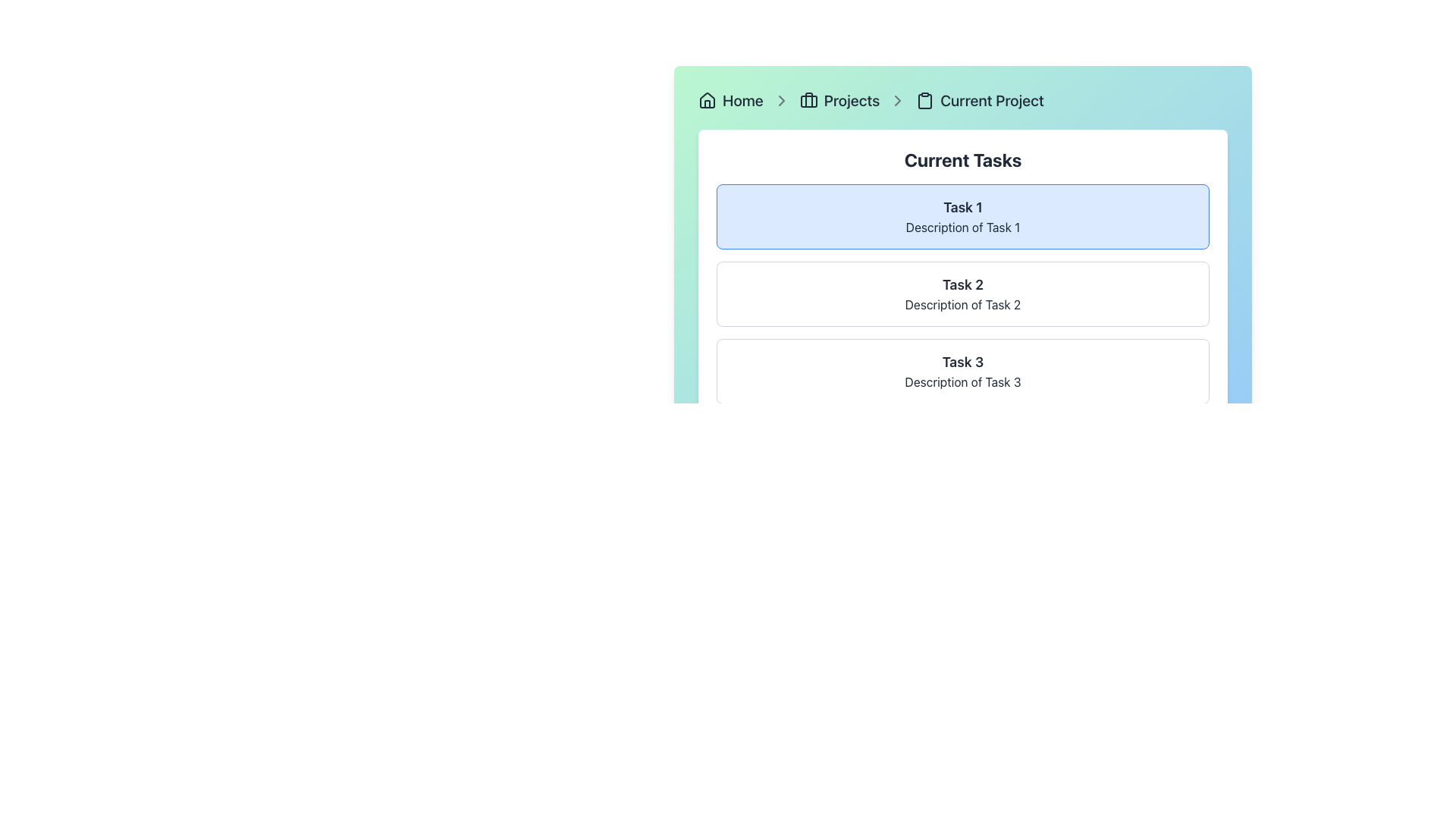 The width and height of the screenshot is (1456, 819). Describe the element at coordinates (808, 100) in the screenshot. I see `the 'Projects' icon located in the breadcrumb navigation bar, positioned to the left of the text label 'Projects' and to the right of the home icon` at that location.